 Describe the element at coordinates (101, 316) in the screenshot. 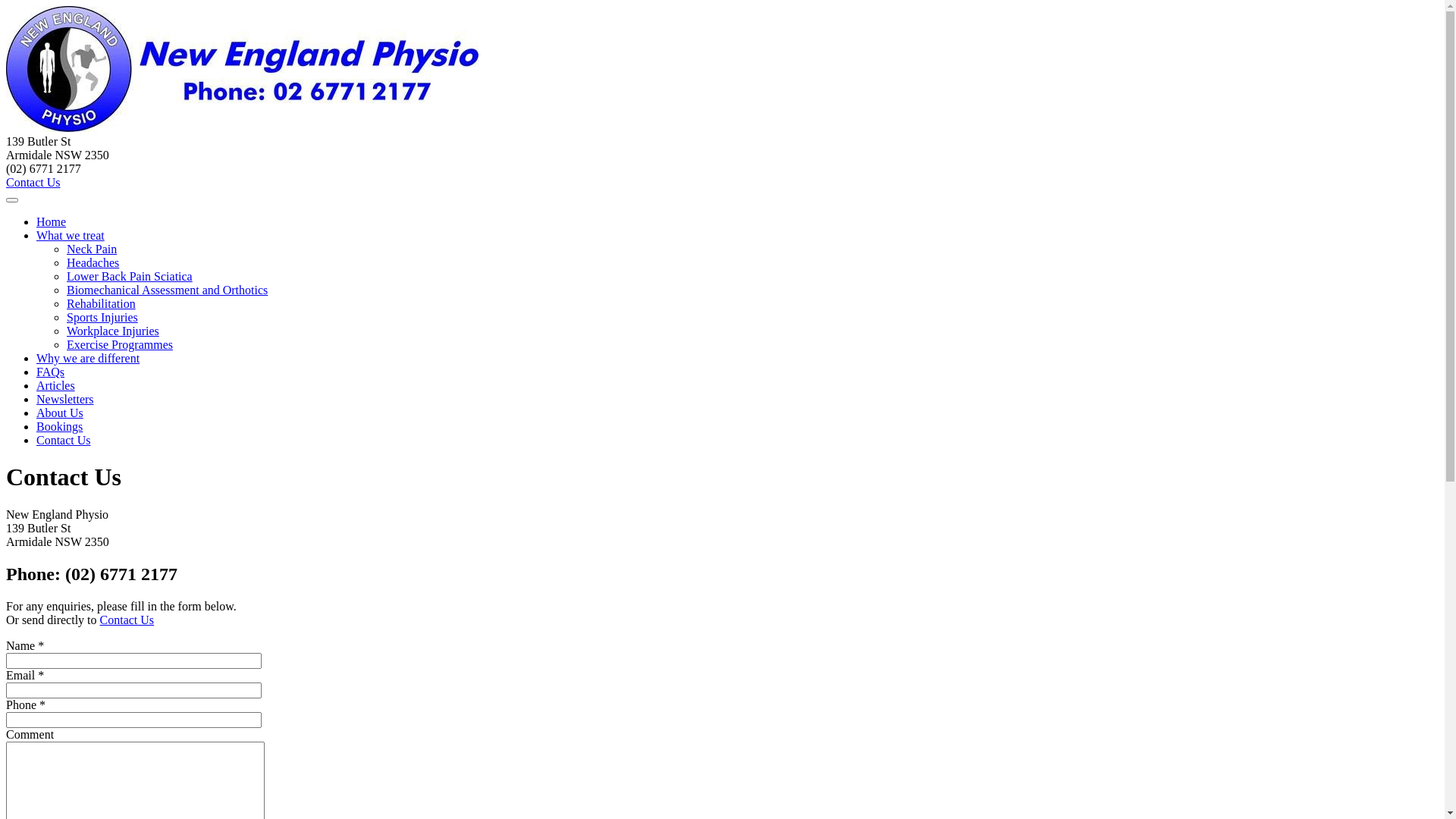

I see `'Sports Injuries'` at that location.